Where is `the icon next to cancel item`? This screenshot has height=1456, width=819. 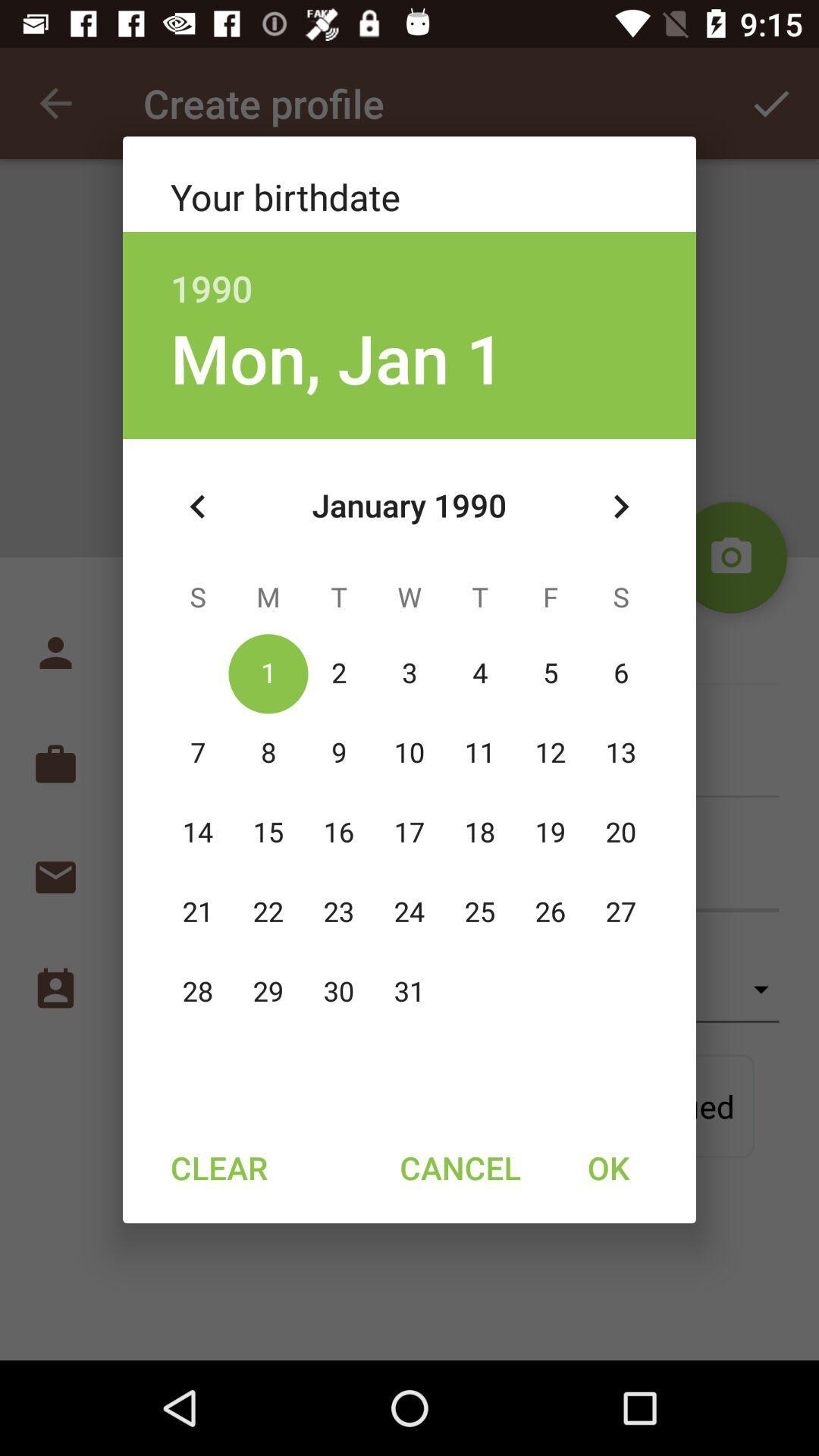 the icon next to cancel item is located at coordinates (607, 1166).